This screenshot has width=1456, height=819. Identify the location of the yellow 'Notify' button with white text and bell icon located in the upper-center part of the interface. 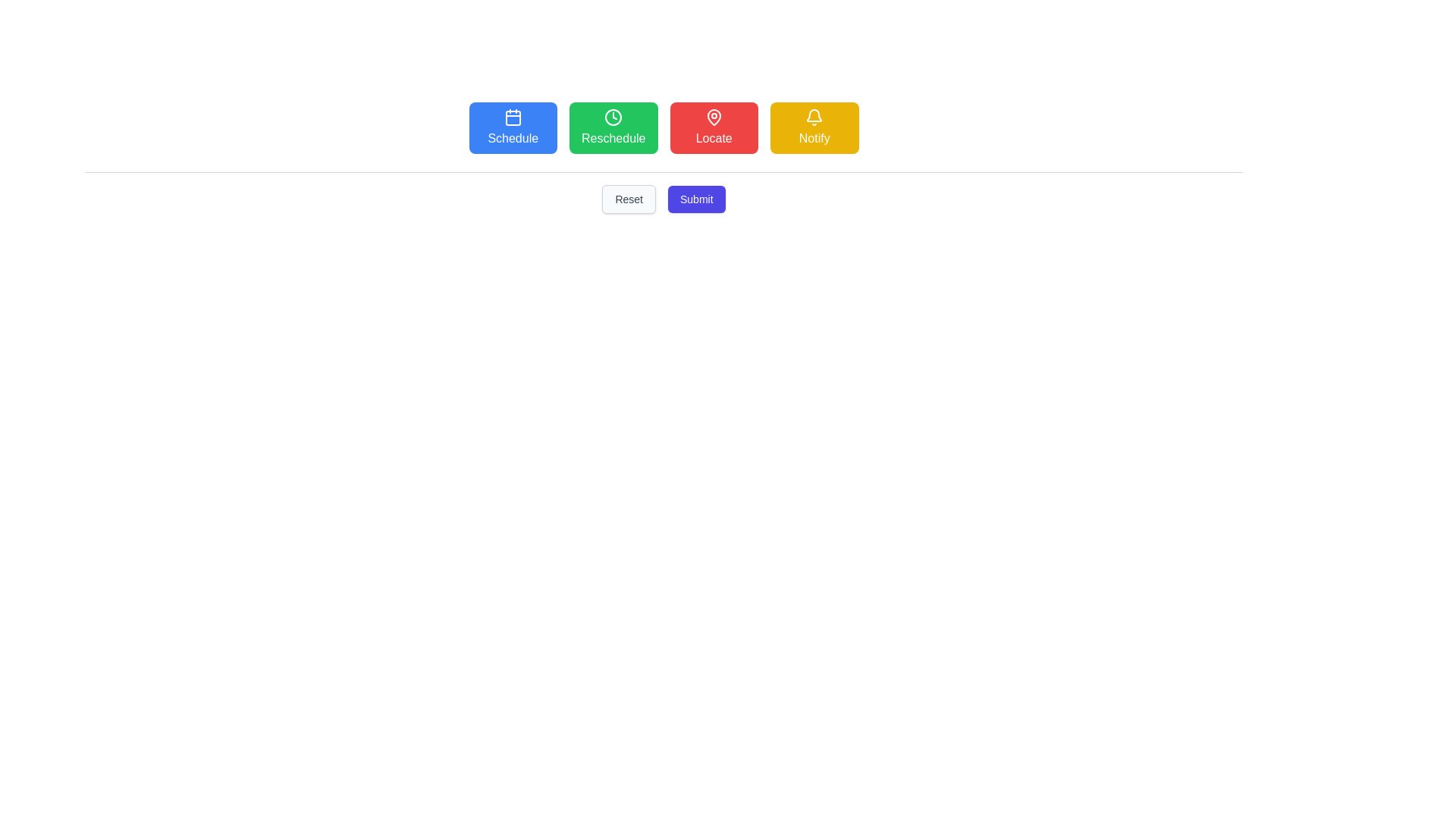
(814, 127).